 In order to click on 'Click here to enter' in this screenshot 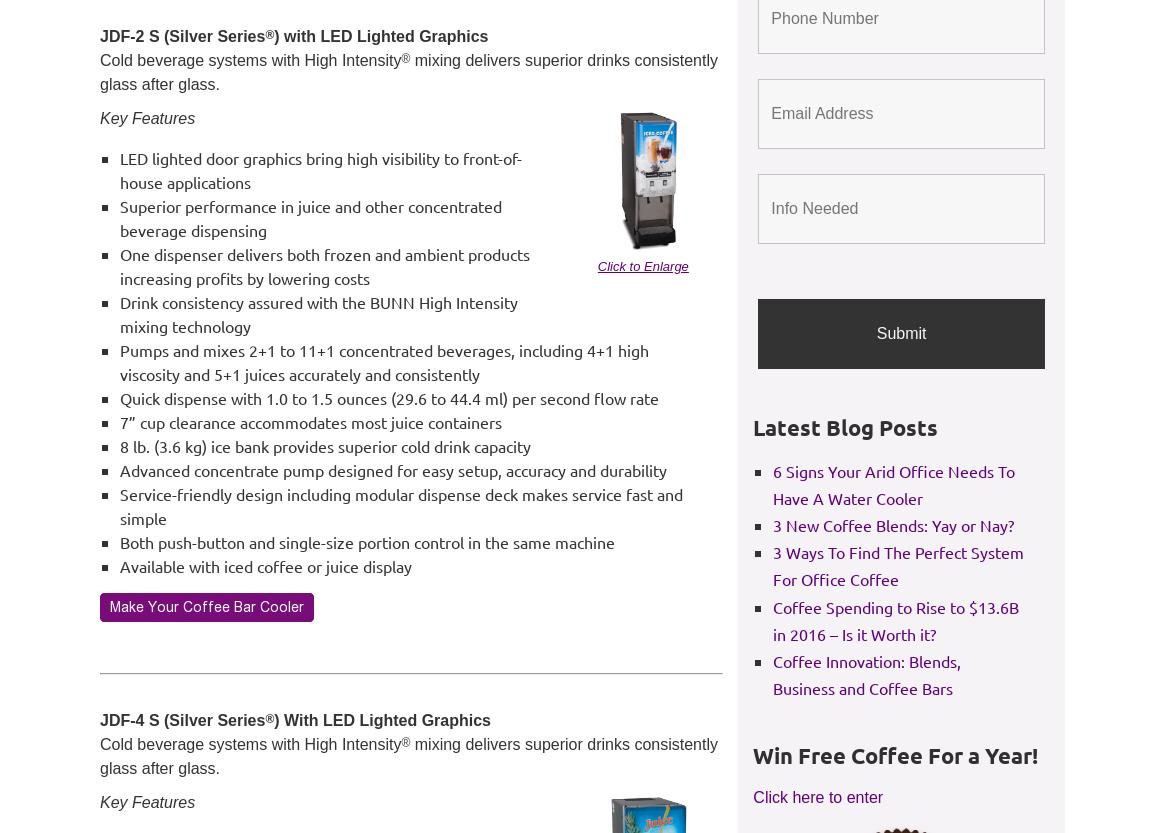, I will do `click(752, 795)`.